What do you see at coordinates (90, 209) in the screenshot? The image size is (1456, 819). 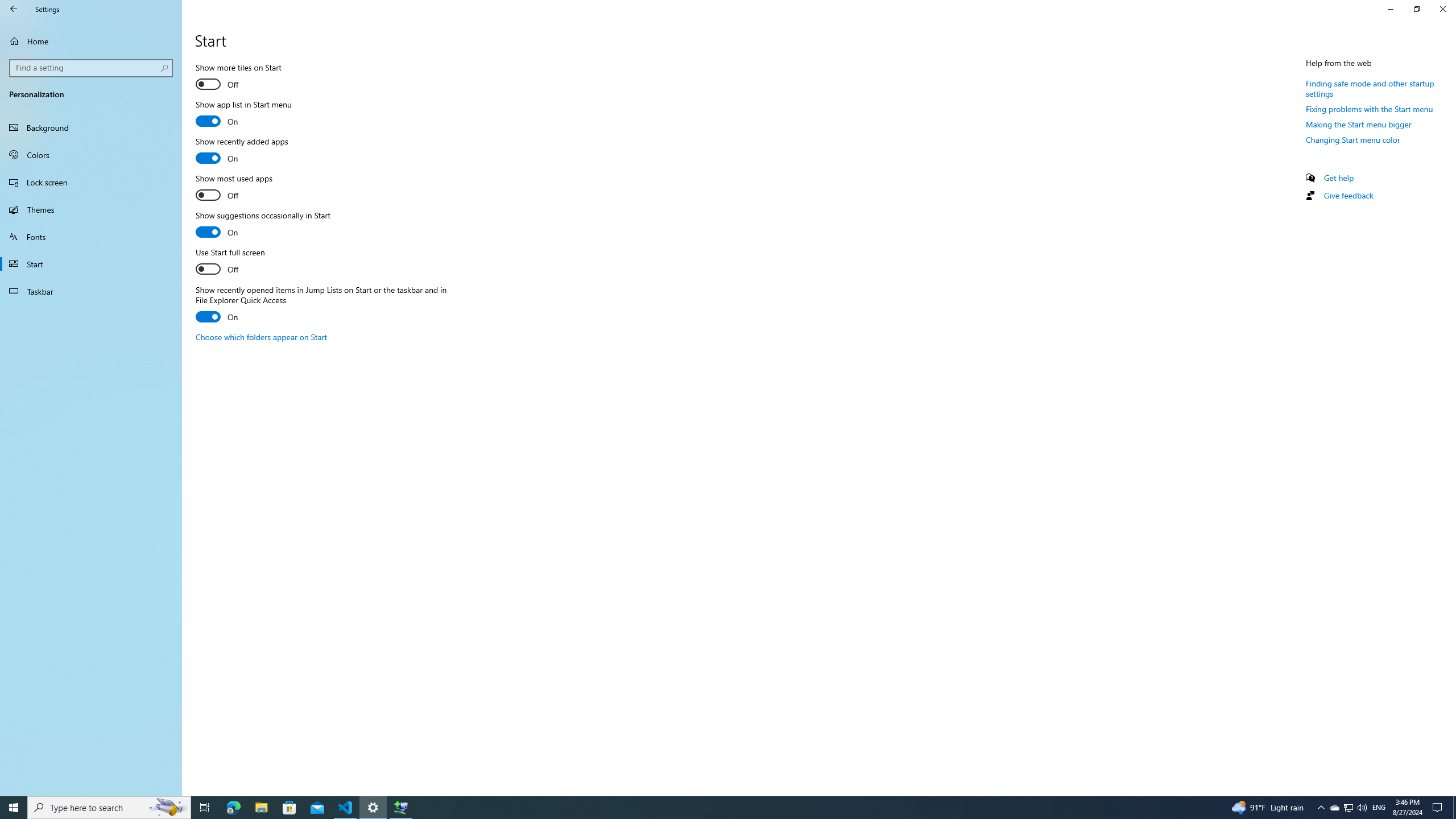 I see `'Themes'` at bounding box center [90, 209].